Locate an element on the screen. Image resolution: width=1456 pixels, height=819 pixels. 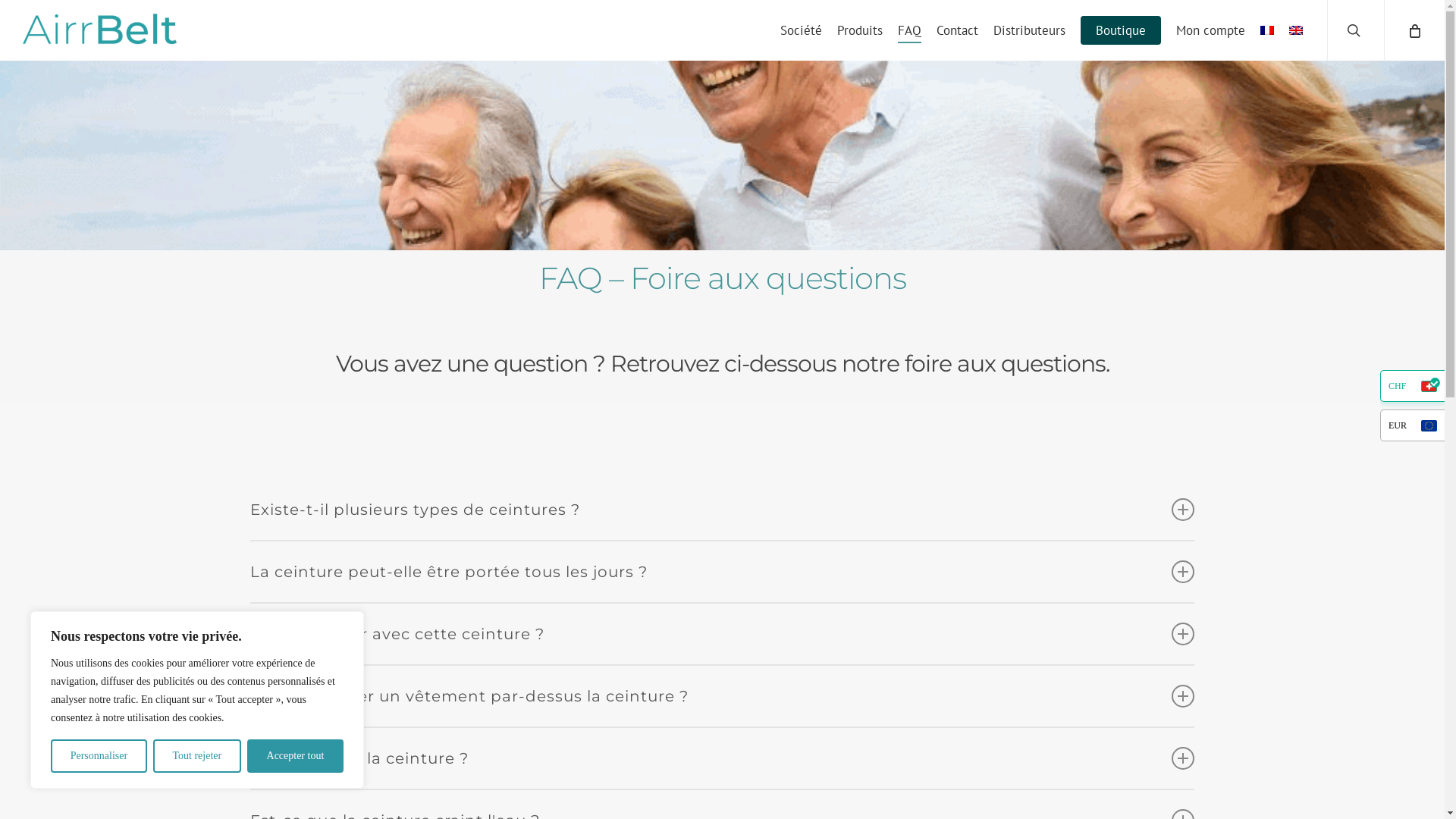
'Accepter tout' is located at coordinates (295, 755).